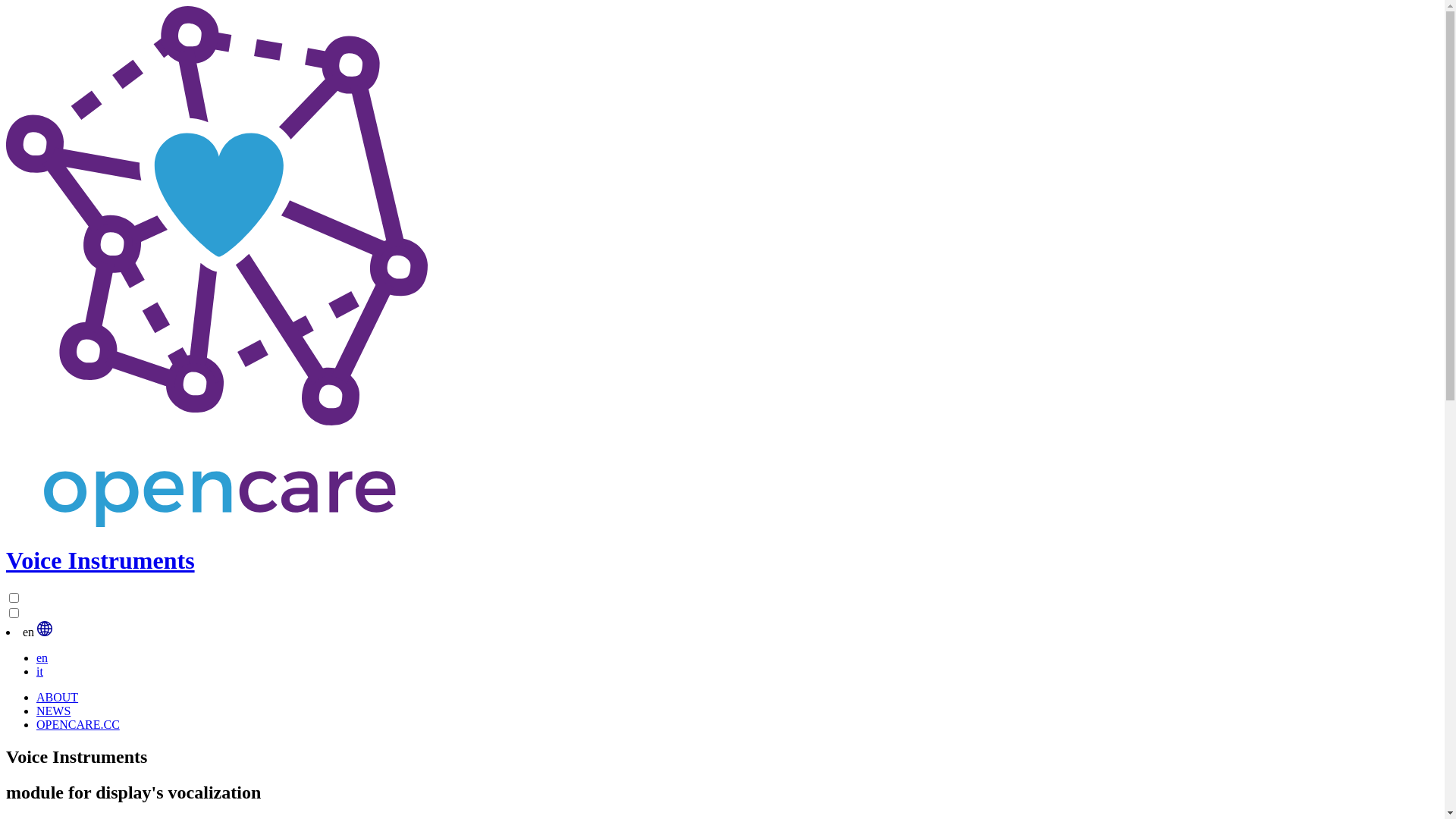  What do you see at coordinates (57, 697) in the screenshot?
I see `'ABOUT'` at bounding box center [57, 697].